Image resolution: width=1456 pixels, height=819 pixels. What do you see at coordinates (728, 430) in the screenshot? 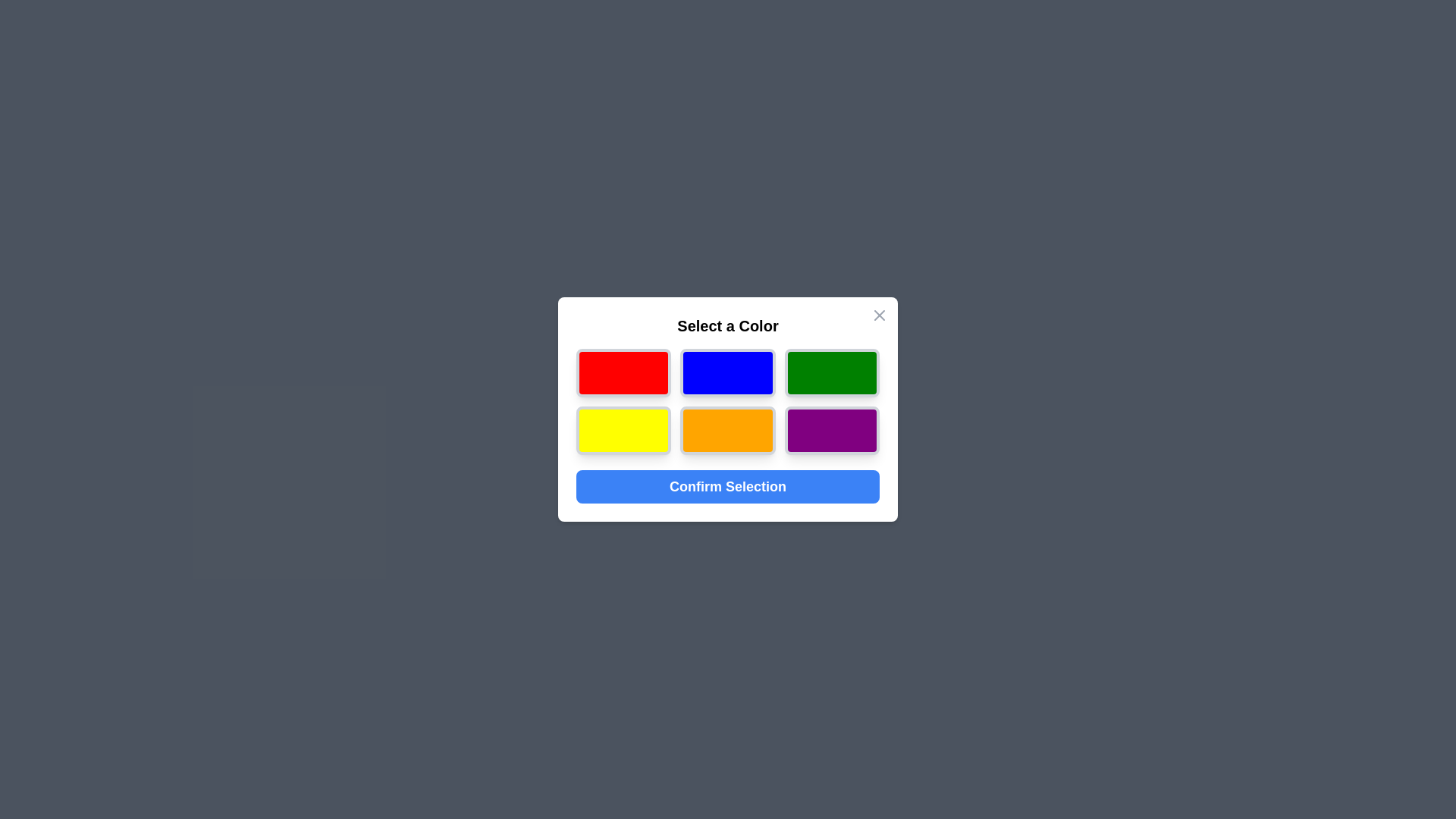
I see `the color orange from the palette` at bounding box center [728, 430].